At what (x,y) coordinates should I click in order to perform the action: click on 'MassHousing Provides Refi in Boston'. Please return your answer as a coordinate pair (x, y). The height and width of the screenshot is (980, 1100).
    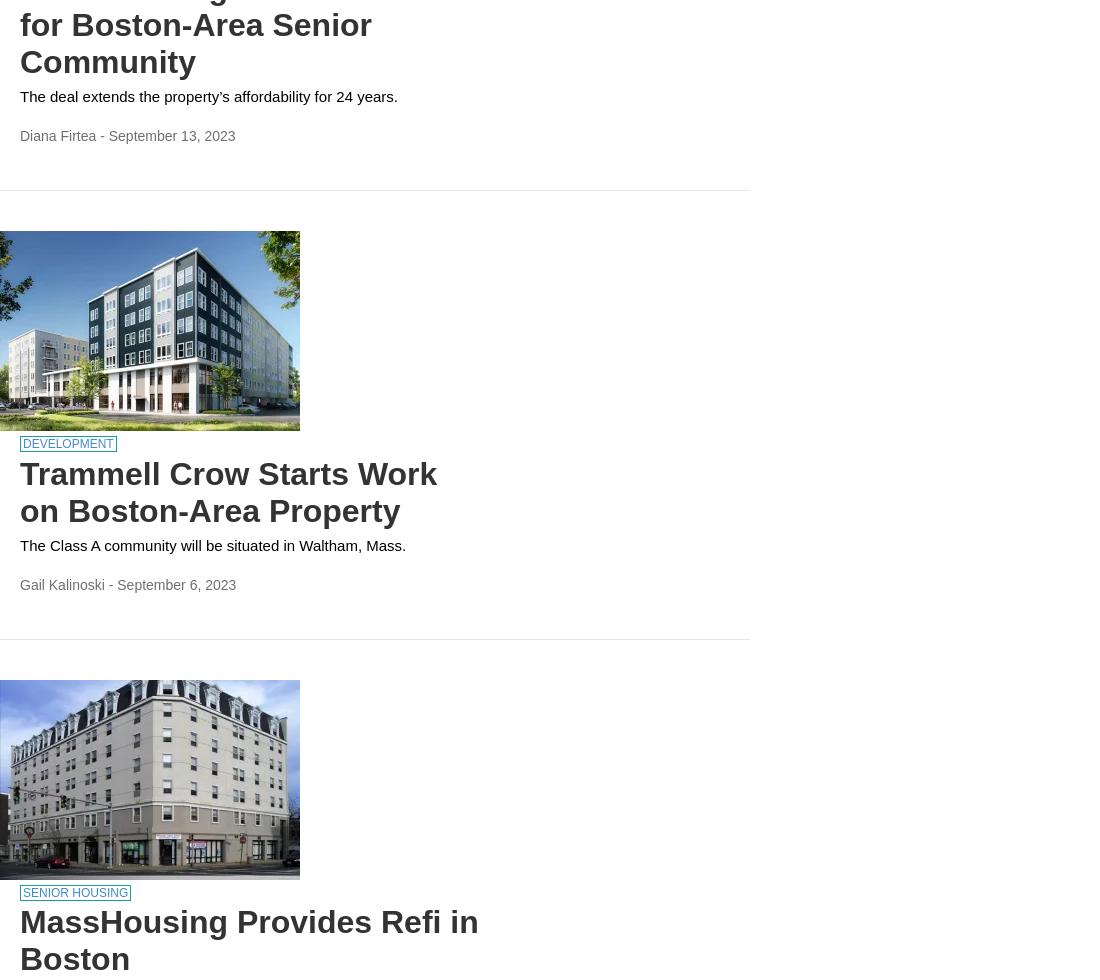
    Looking at the image, I should click on (249, 940).